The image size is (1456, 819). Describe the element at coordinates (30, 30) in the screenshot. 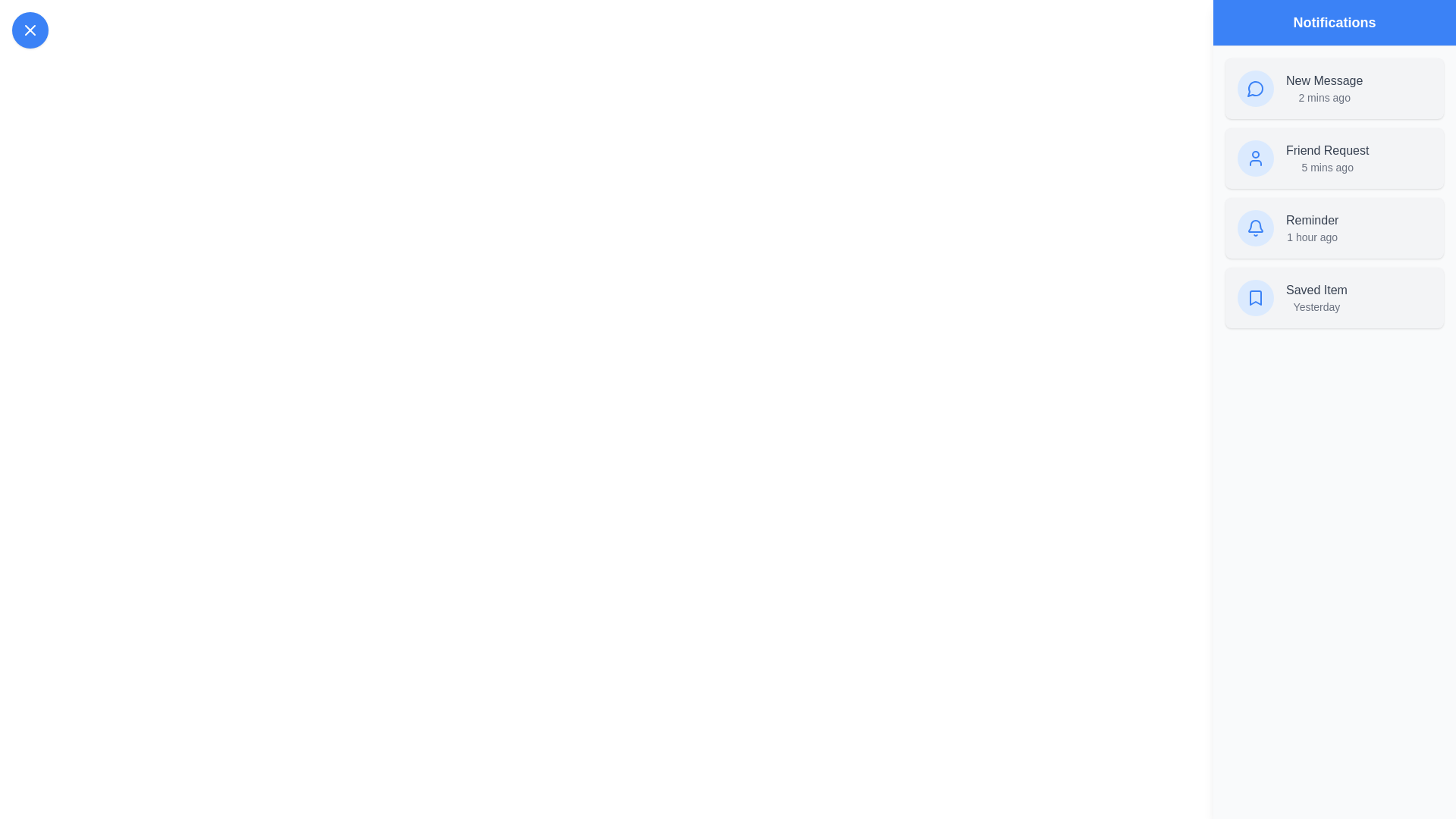

I see `the toggle button to change the visibility of the notification drawer` at that location.